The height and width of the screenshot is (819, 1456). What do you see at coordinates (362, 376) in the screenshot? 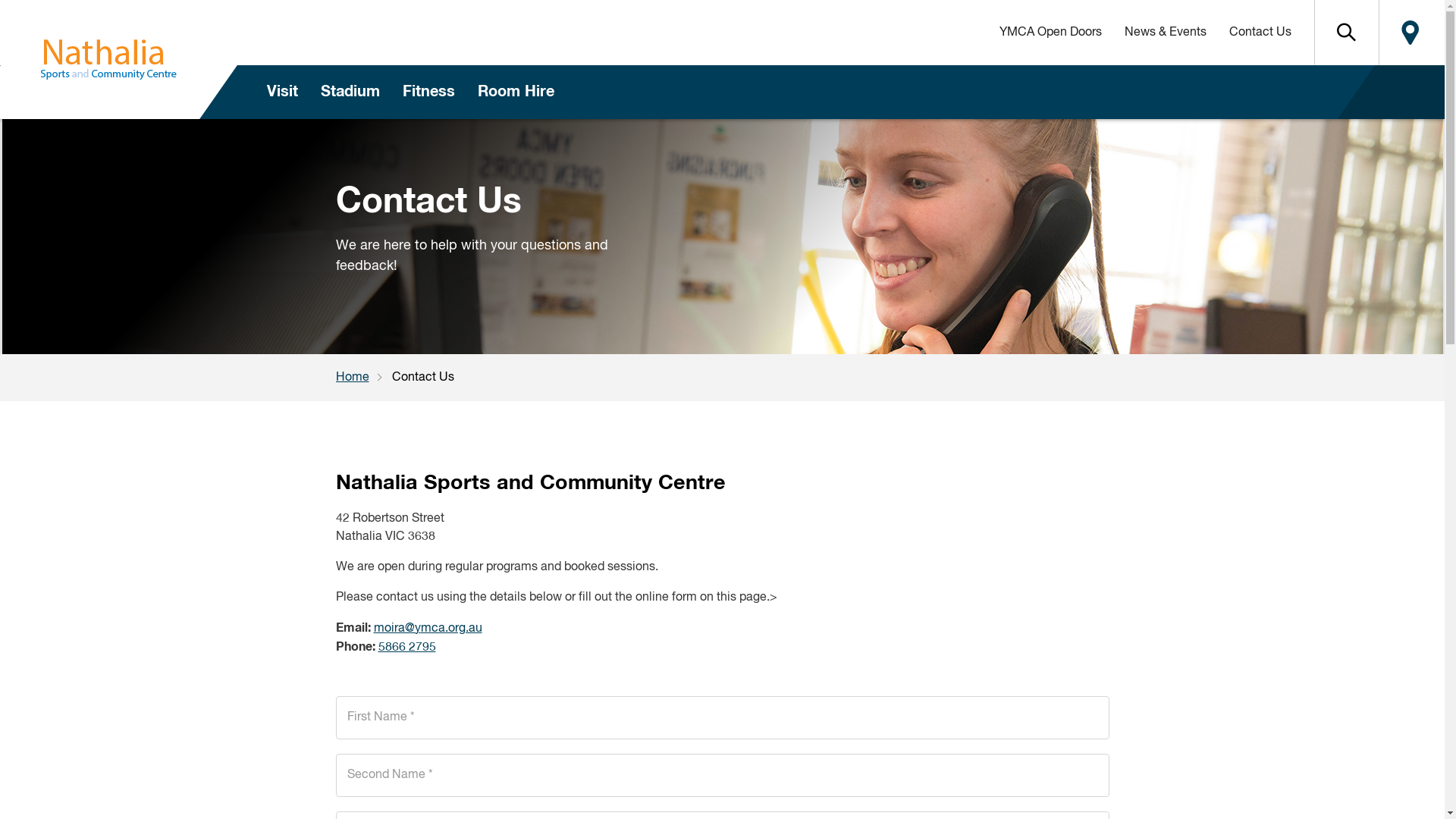
I see `'Home'` at bounding box center [362, 376].